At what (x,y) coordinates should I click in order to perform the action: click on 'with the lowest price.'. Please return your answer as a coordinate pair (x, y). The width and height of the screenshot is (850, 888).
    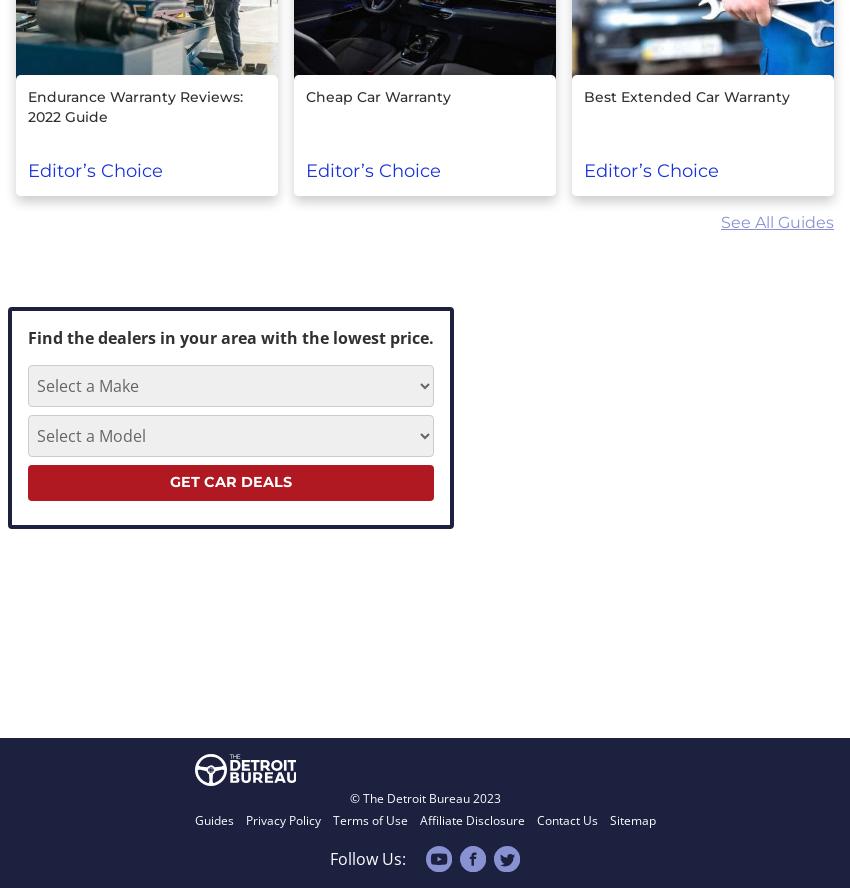
    Looking at the image, I should click on (346, 337).